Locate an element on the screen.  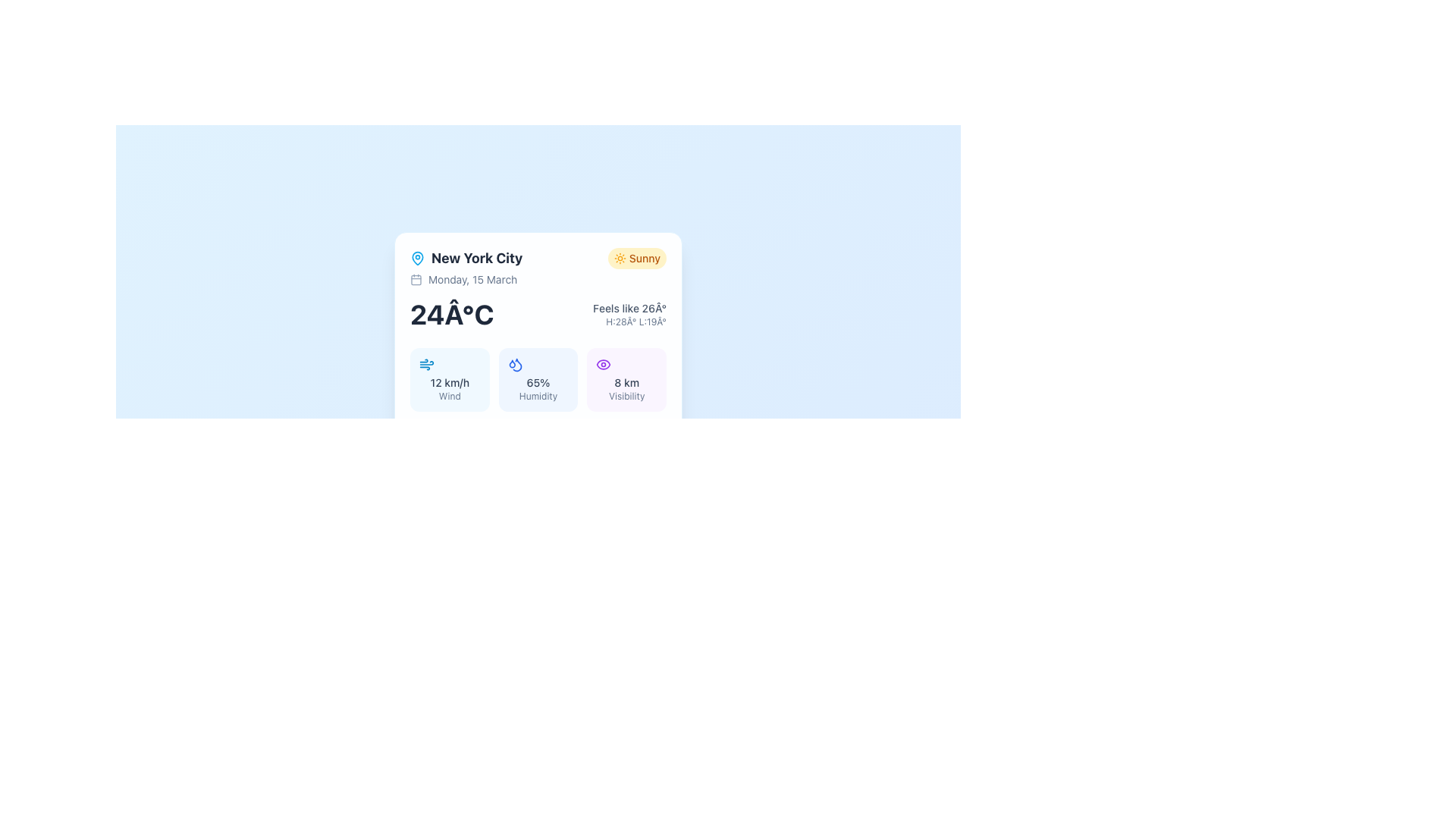
the date display label that shows 'Monday, 15 March' with a blue-gray calendar icon, located below the 'New York City' label is located at coordinates (466, 280).